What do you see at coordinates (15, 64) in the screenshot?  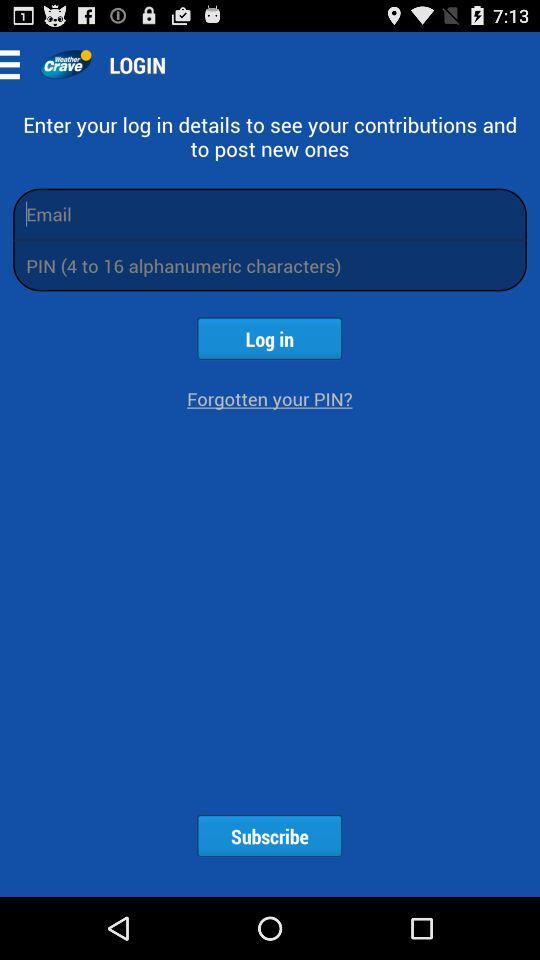 I see `more info` at bounding box center [15, 64].